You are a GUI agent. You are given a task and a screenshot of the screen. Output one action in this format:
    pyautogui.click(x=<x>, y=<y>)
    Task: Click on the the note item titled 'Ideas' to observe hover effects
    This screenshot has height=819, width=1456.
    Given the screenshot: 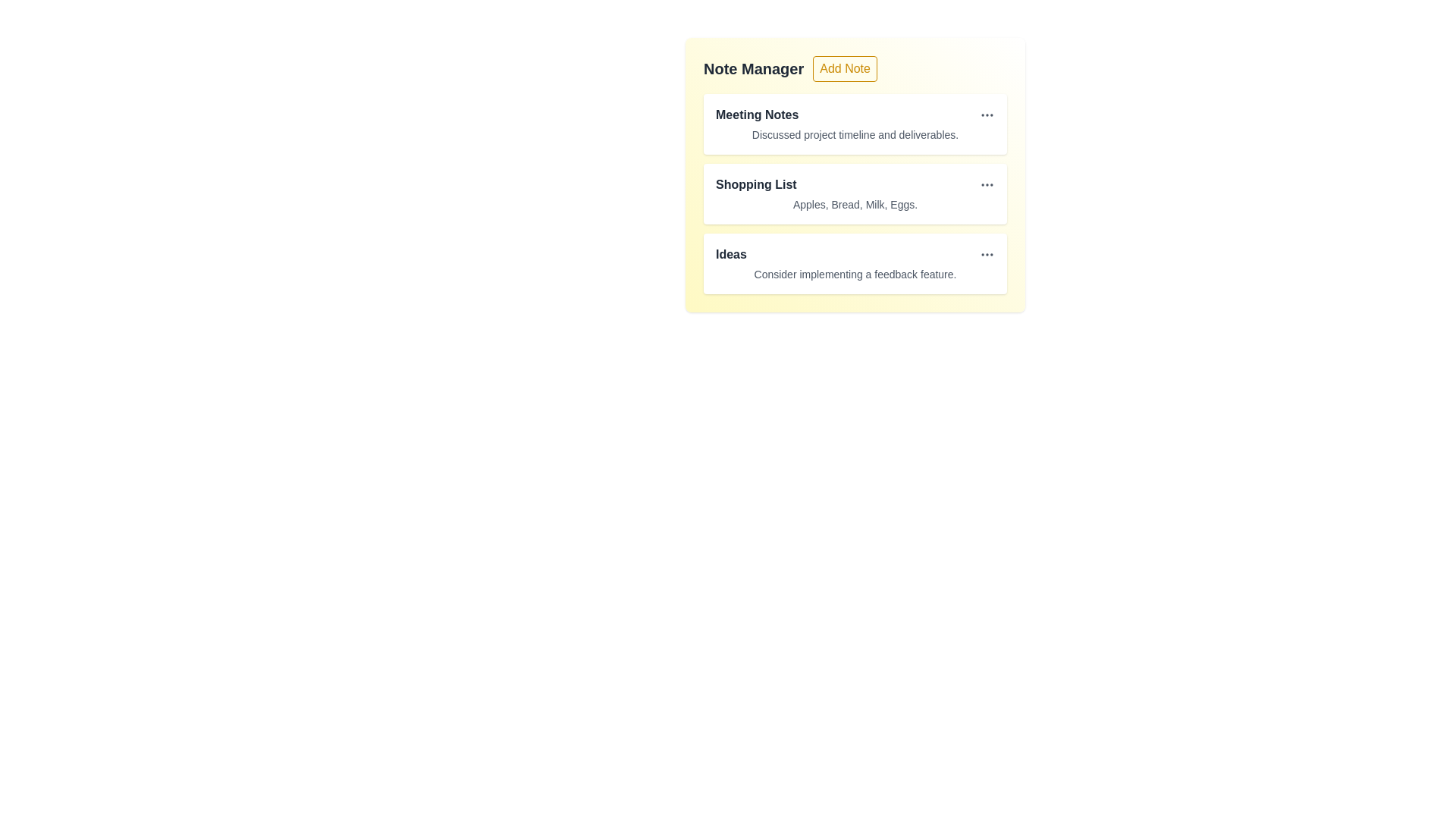 What is the action you would take?
    pyautogui.click(x=855, y=262)
    